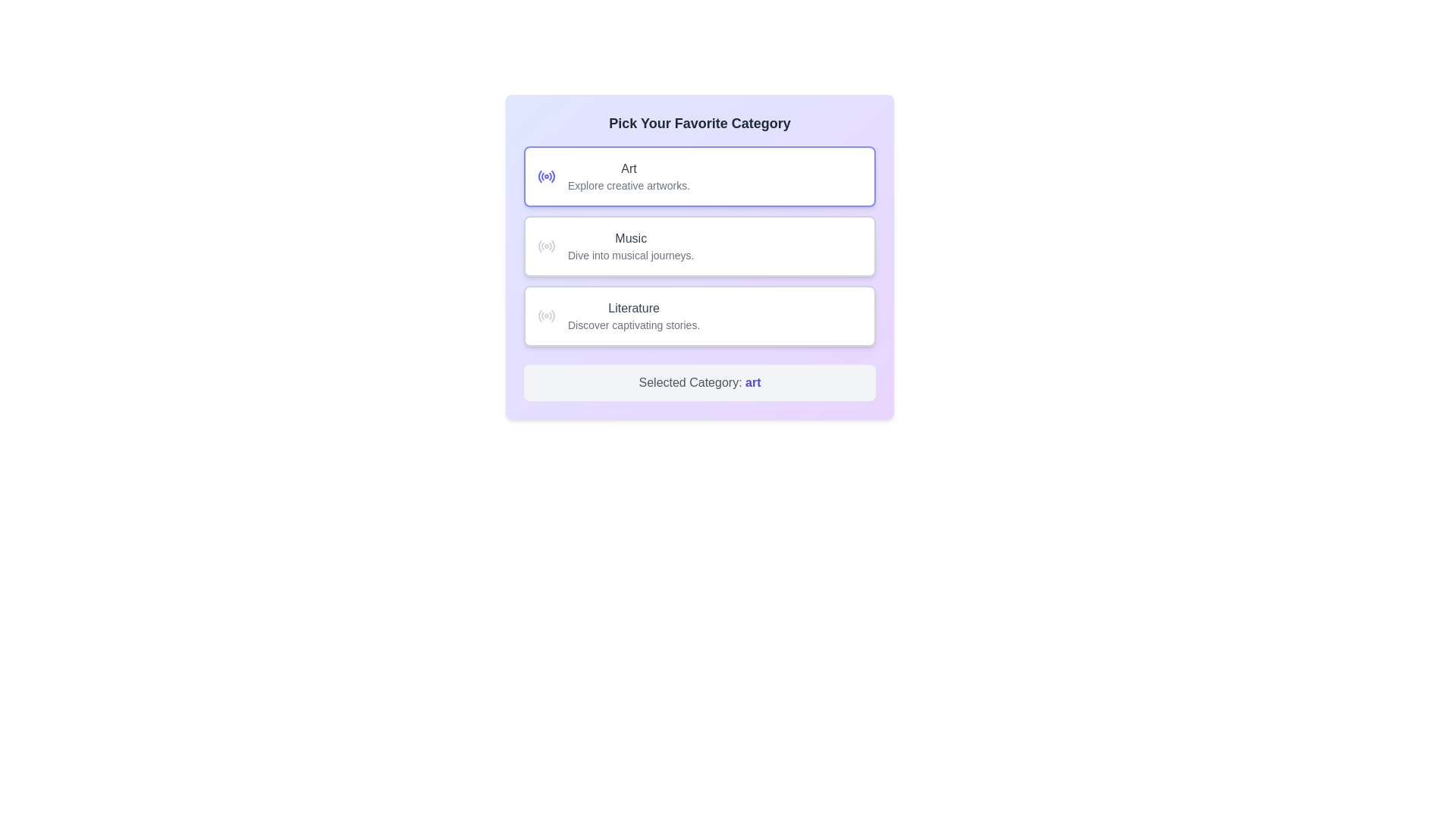 The image size is (1456, 819). Describe the element at coordinates (698, 122) in the screenshot. I see `text heading located at the top of the card-like interface that instructs users to pick one of the categories listed below` at that location.